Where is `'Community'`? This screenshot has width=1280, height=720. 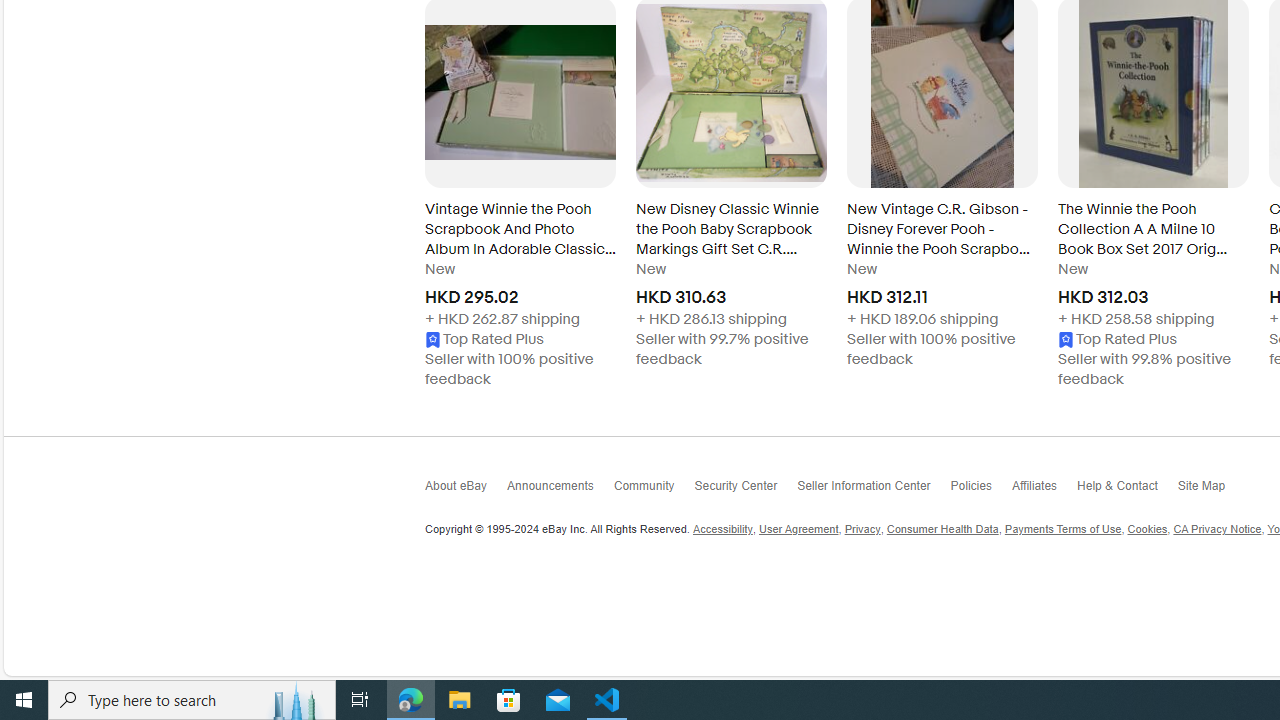
'Community' is located at coordinates (654, 490).